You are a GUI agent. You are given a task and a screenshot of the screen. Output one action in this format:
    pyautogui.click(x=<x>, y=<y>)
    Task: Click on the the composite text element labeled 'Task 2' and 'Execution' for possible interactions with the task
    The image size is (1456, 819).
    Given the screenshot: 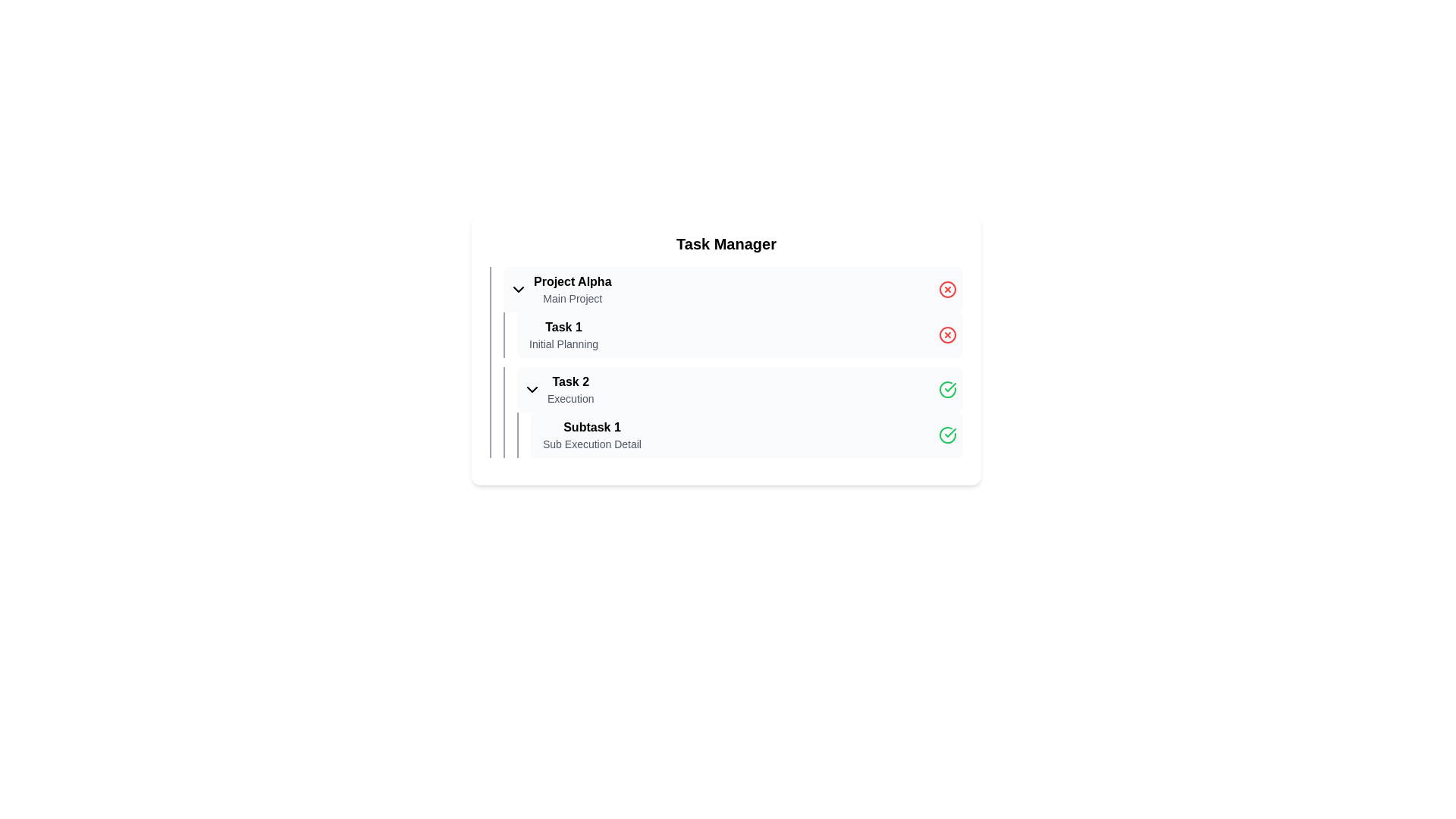 What is the action you would take?
    pyautogui.click(x=570, y=388)
    